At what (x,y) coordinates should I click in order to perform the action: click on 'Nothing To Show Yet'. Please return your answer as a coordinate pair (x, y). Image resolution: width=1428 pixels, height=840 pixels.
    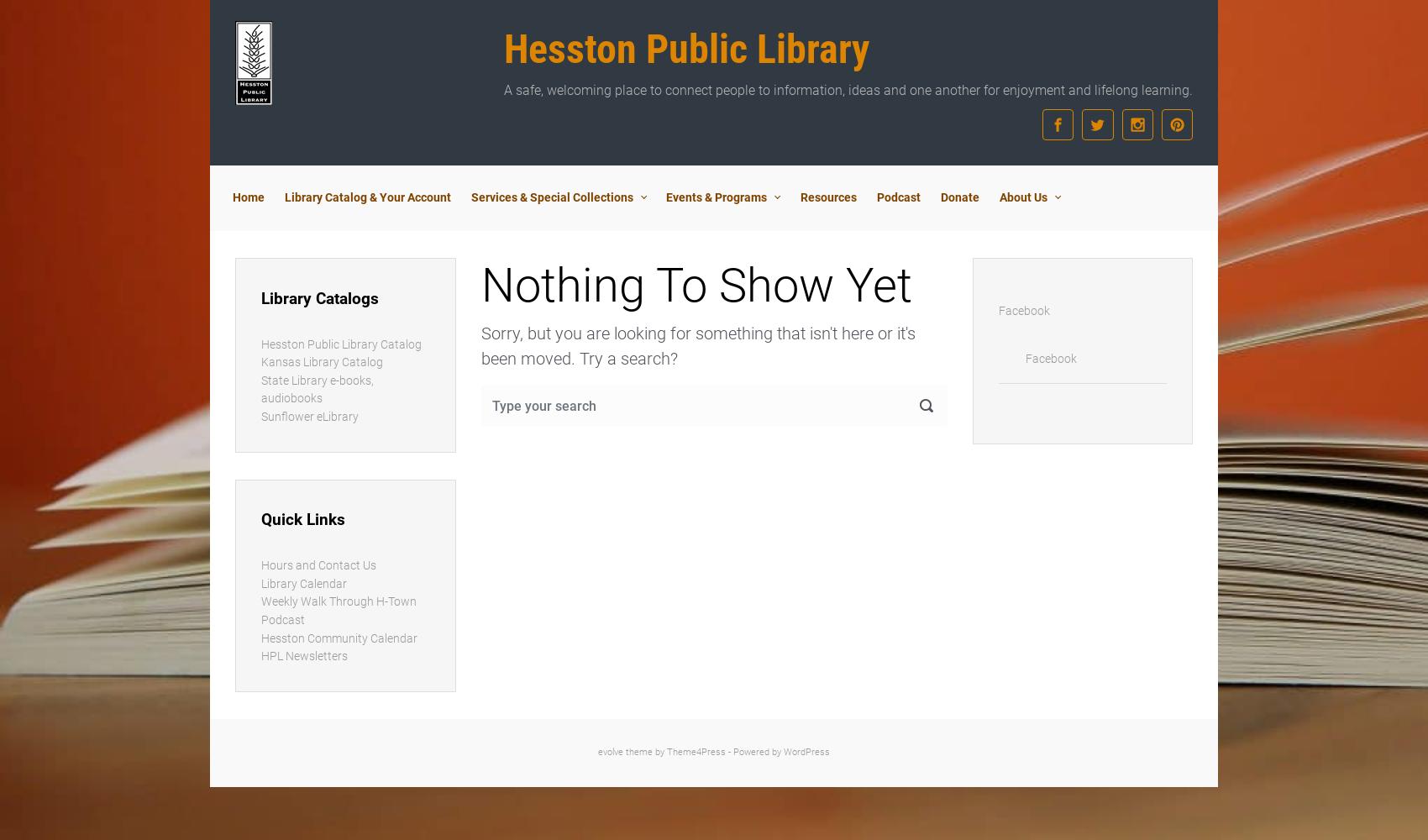
    Looking at the image, I should click on (695, 285).